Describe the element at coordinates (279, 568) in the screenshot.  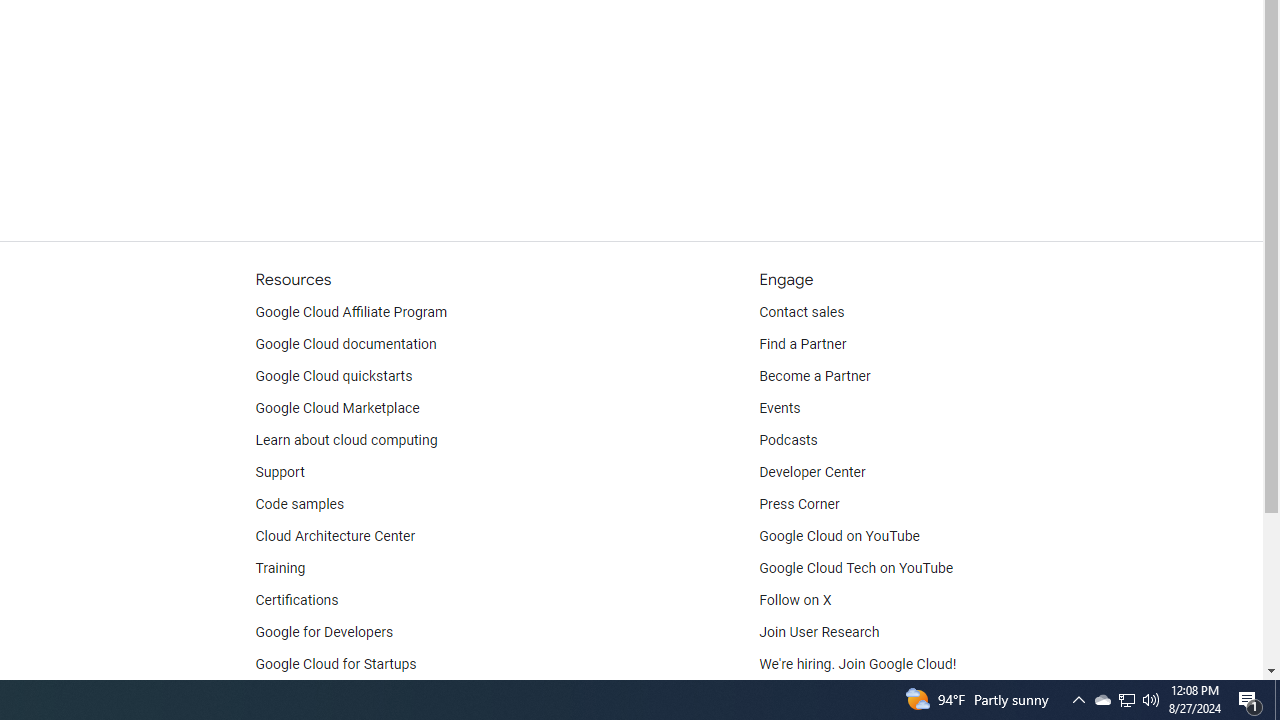
I see `'Training'` at that location.